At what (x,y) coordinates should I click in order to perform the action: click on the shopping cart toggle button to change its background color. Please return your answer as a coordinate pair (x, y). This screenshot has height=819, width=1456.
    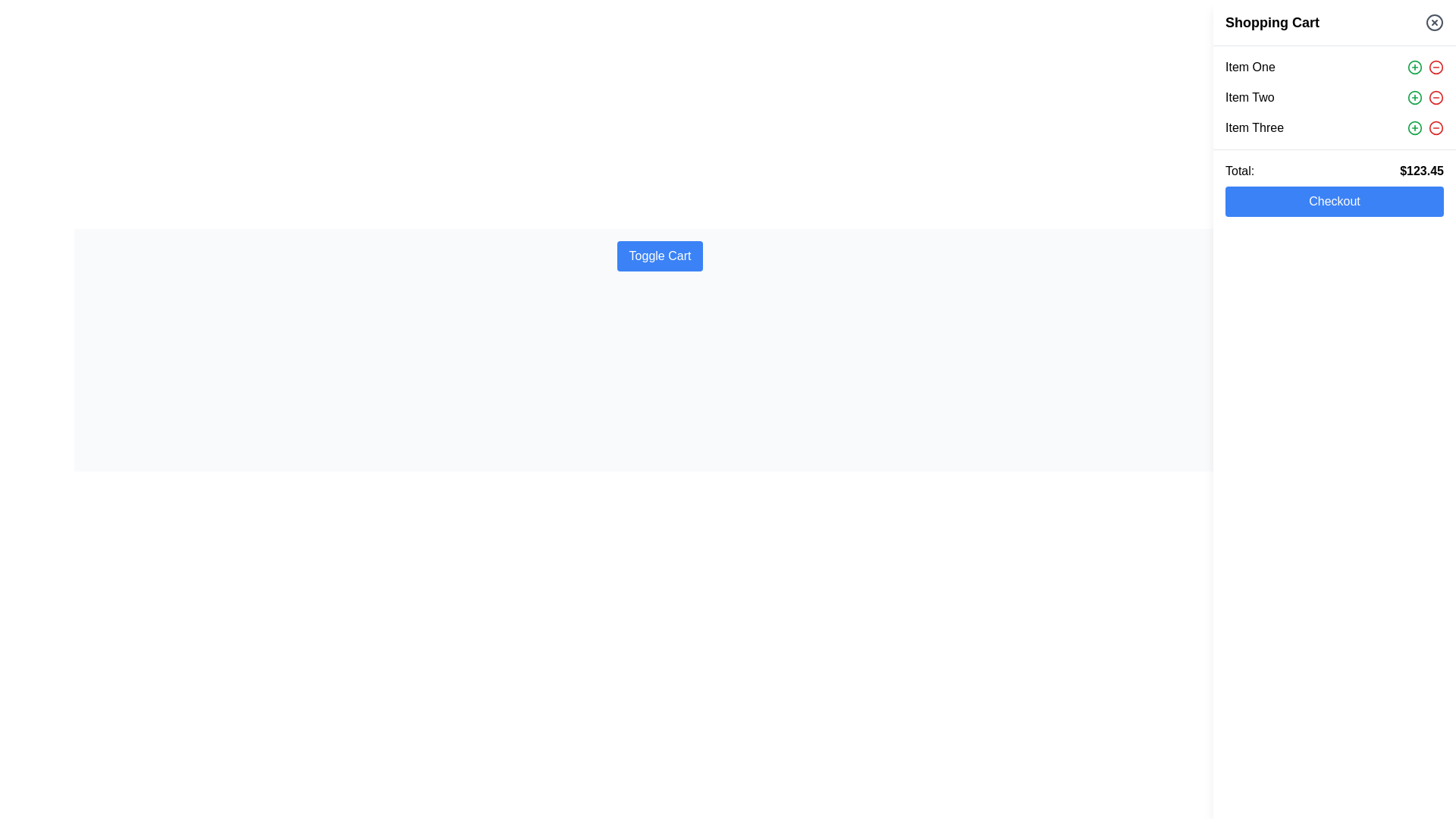
    Looking at the image, I should click on (660, 256).